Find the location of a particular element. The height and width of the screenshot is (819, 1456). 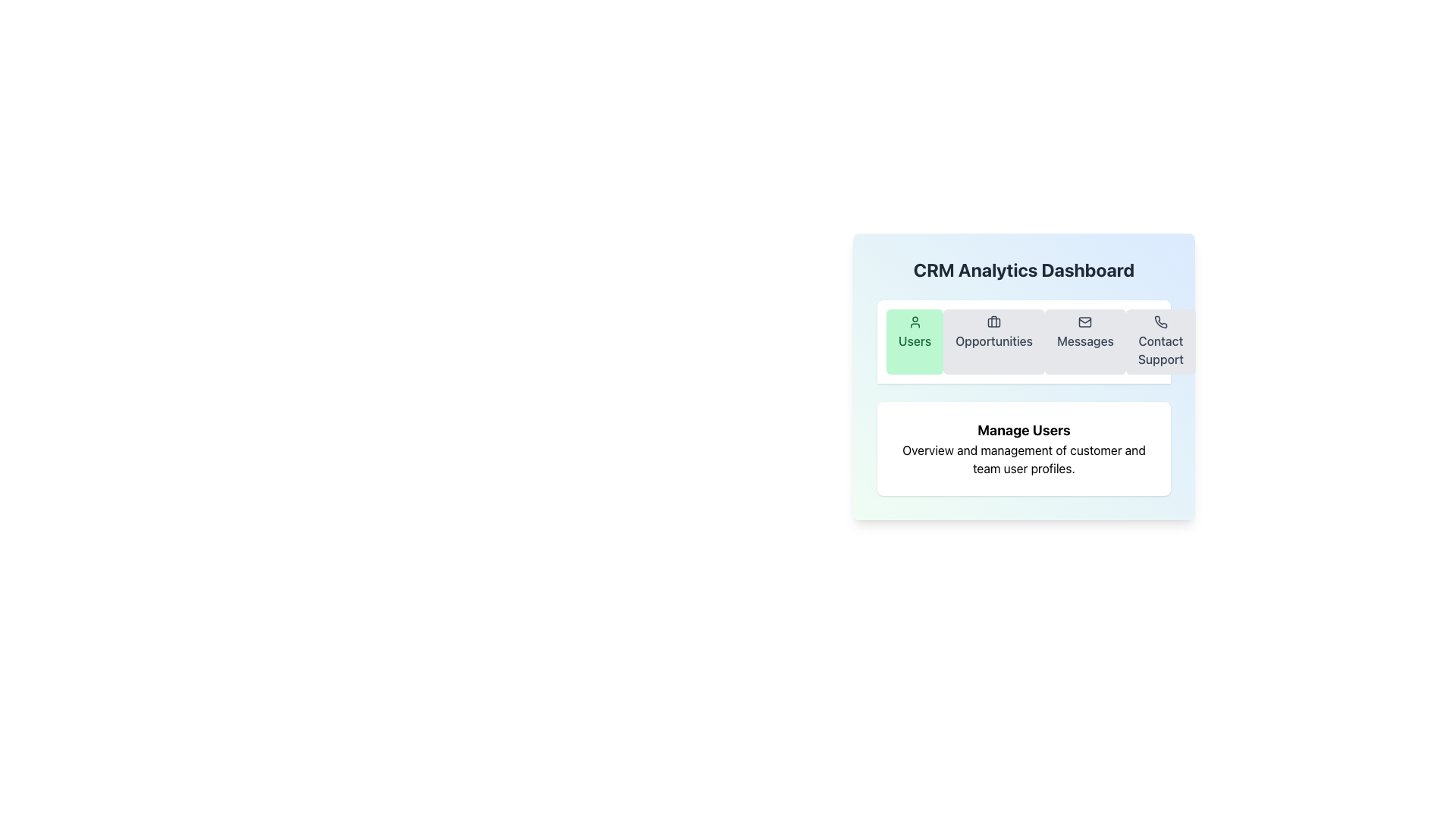

the interactive support button located at the far right of a row of four buttons, adjacent to the 'Messages' button is located at coordinates (1159, 342).